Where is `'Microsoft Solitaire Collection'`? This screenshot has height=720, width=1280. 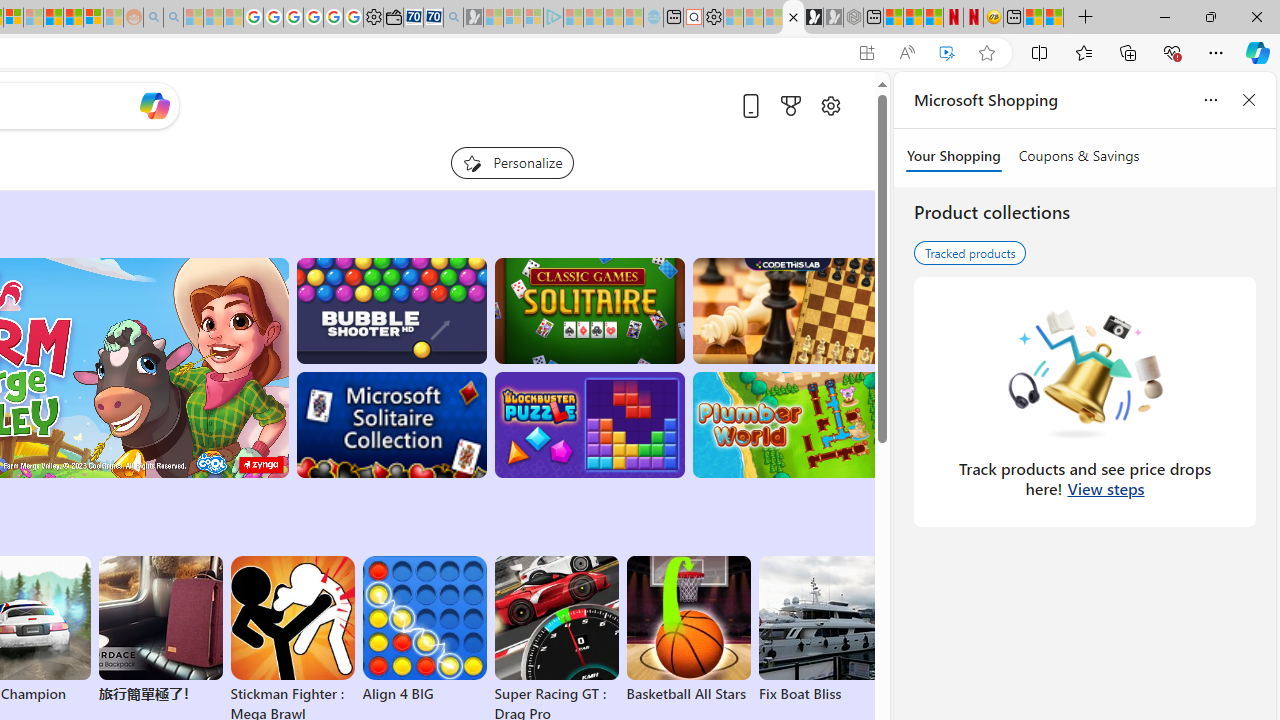 'Microsoft Solitaire Collection' is located at coordinates (391, 424).